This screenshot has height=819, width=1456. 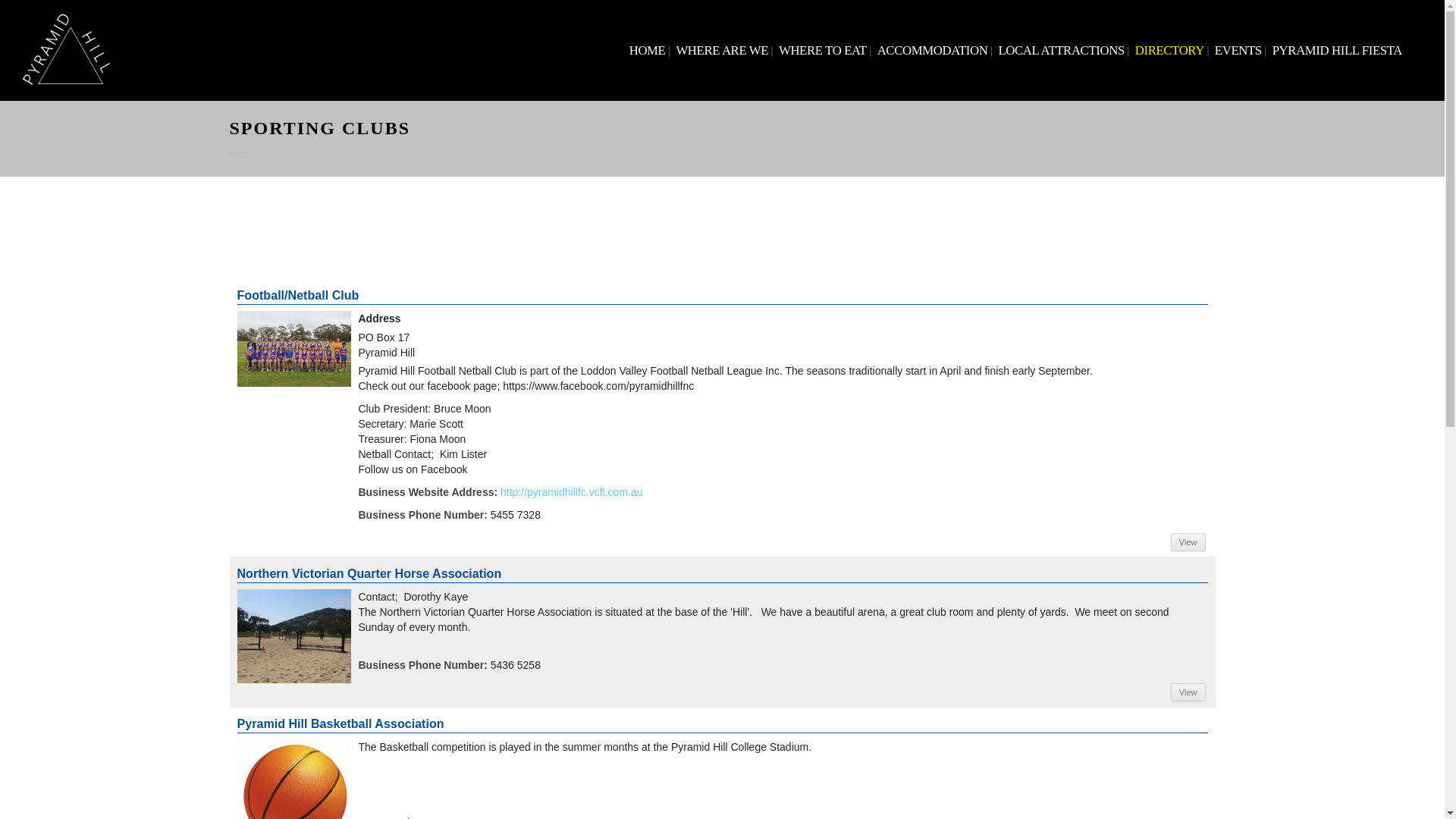 I want to click on 'EVENTS', so click(x=1238, y=49).